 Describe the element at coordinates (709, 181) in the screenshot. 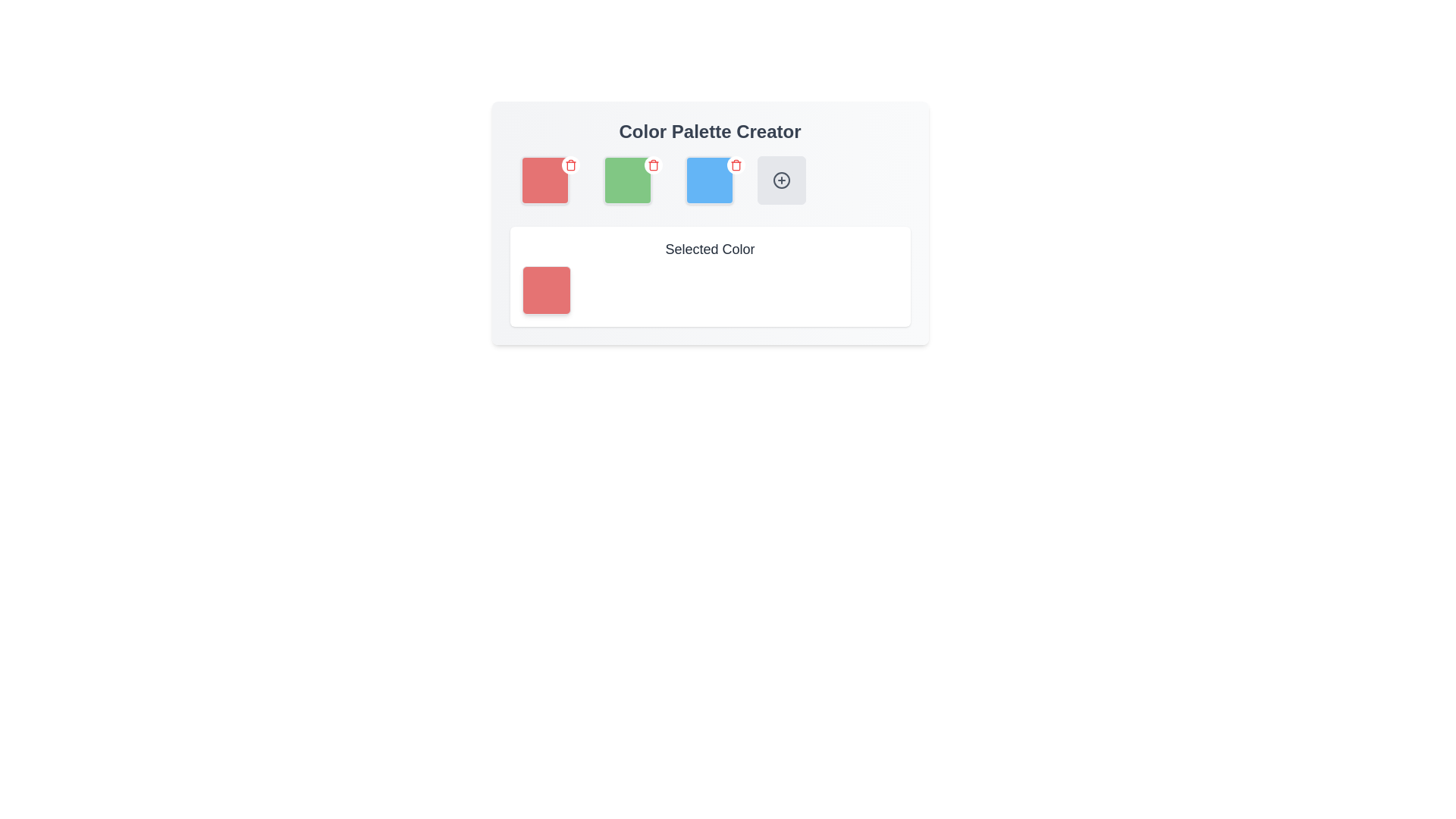

I see `the blue square button in the color palette` at that location.